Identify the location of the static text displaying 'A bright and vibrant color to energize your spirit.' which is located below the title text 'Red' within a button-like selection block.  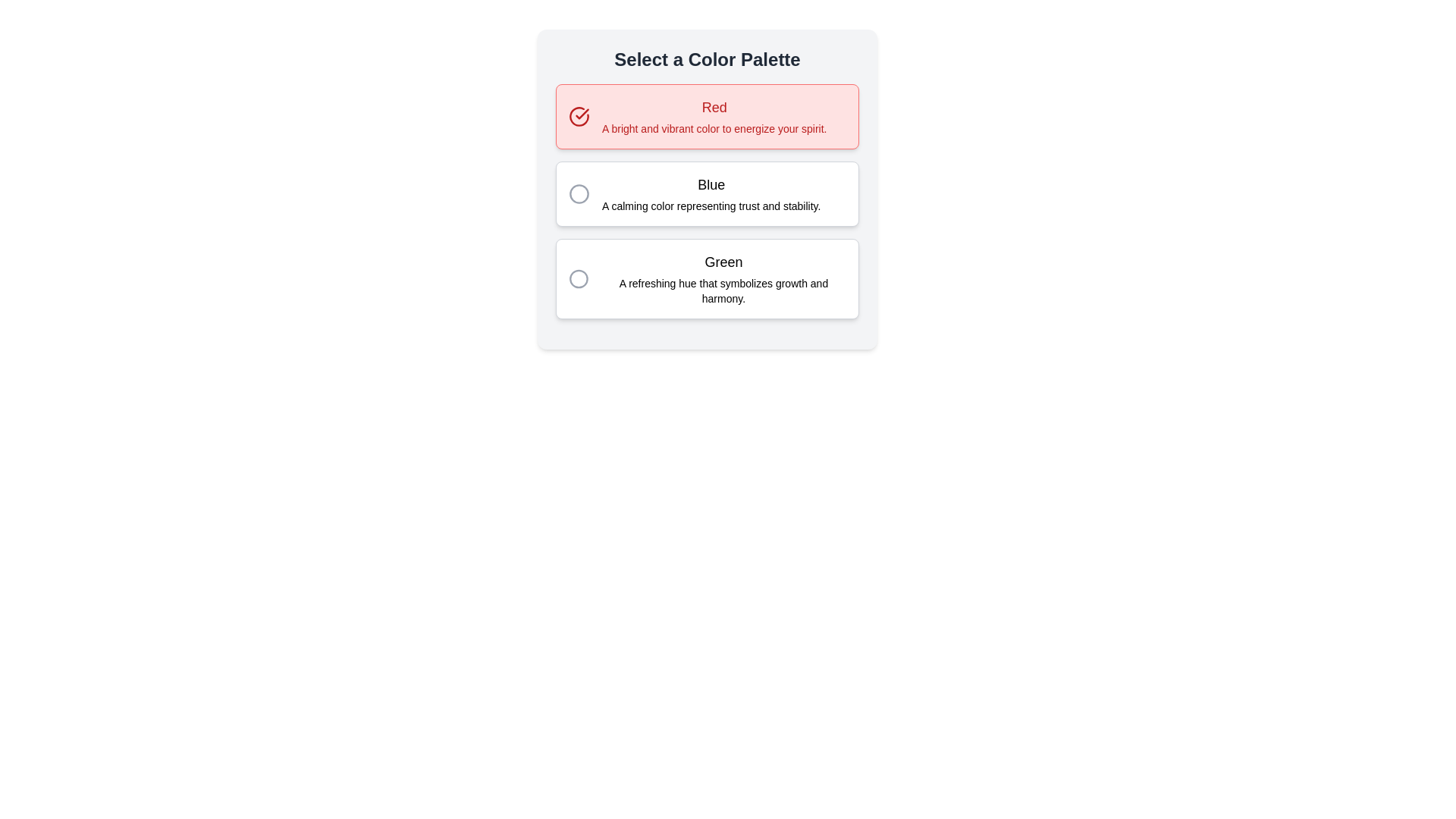
(714, 127).